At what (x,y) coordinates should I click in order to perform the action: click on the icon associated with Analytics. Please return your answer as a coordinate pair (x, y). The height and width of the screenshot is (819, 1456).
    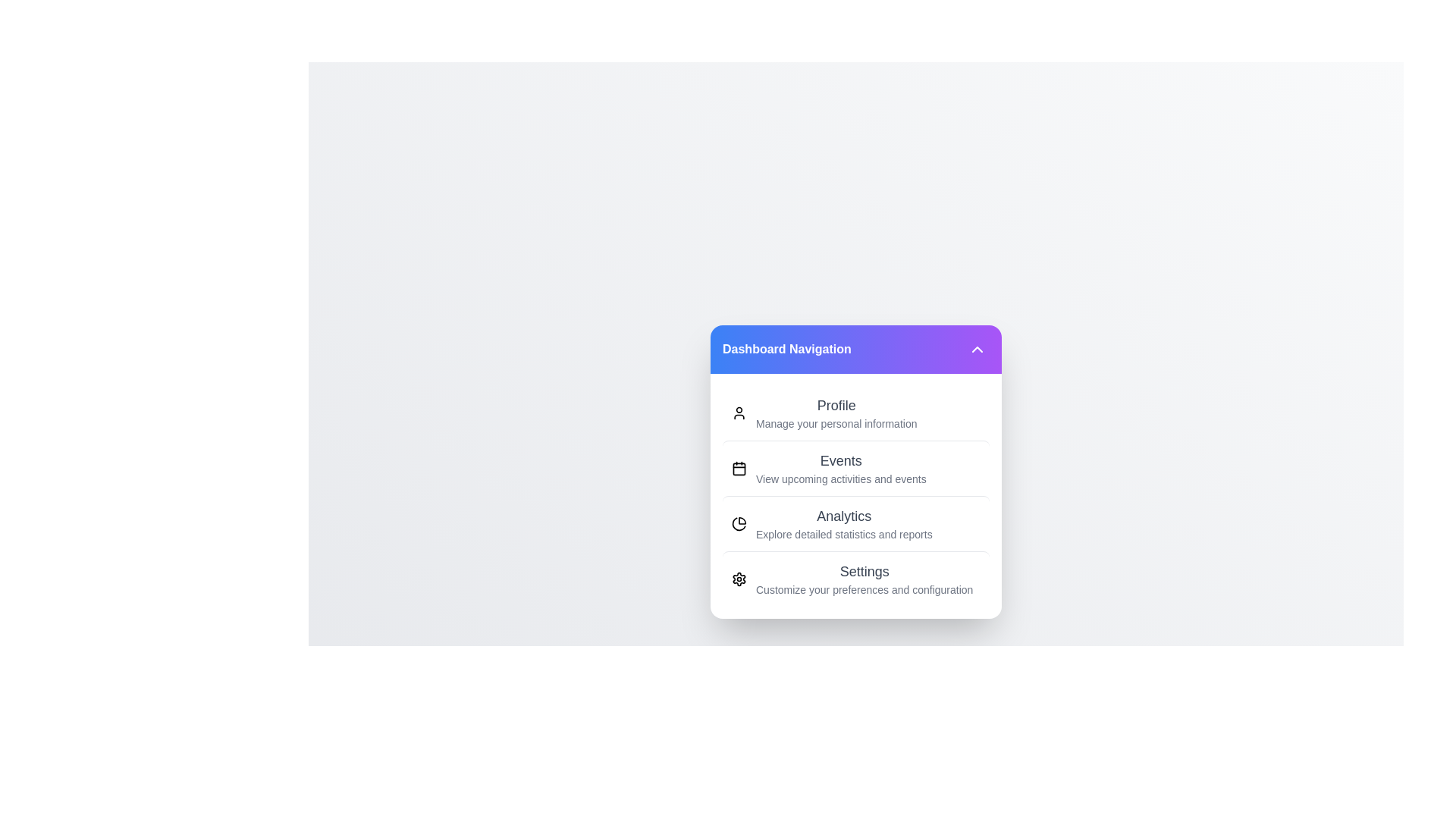
    Looking at the image, I should click on (739, 522).